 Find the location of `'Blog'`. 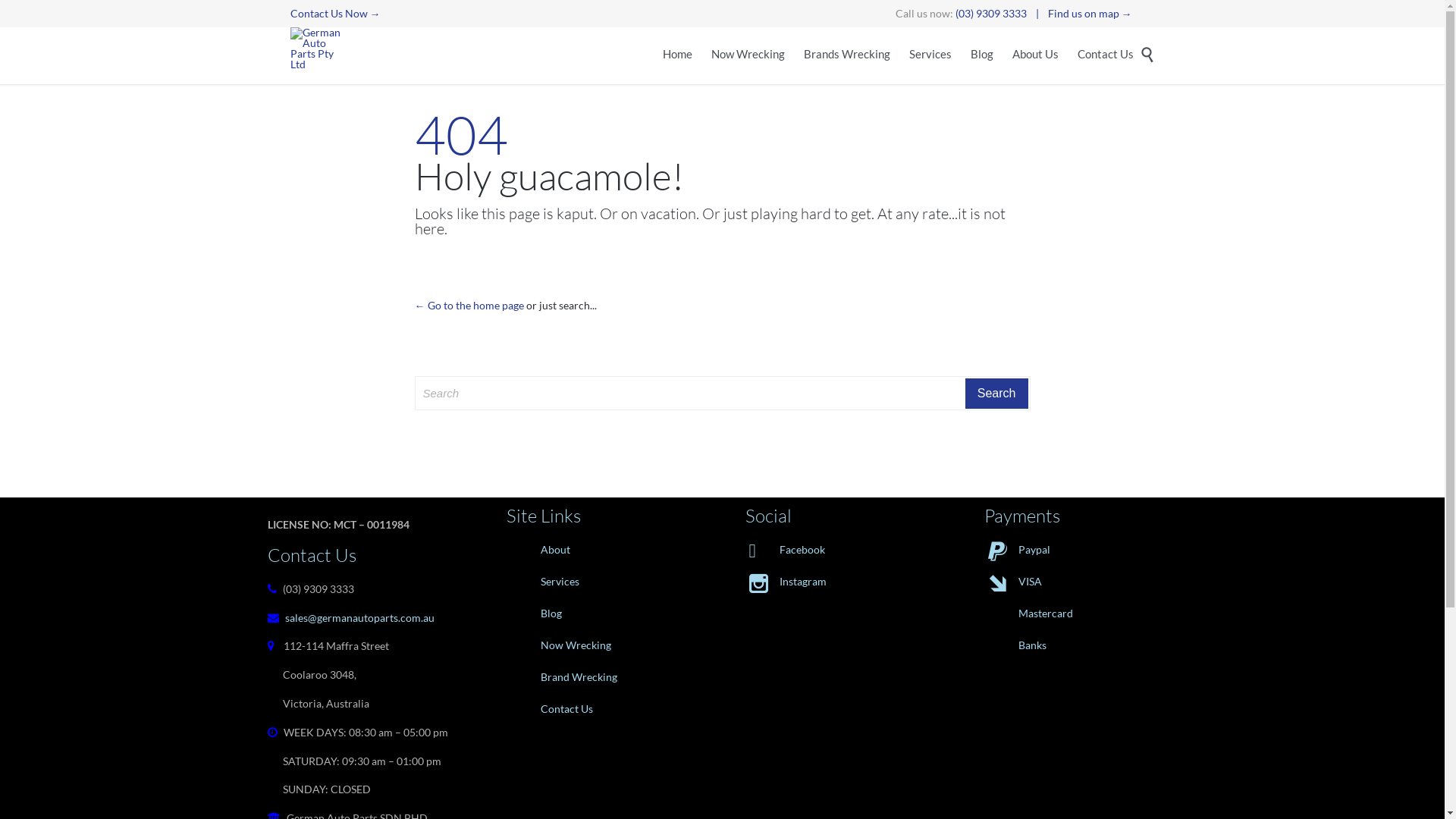

'Blog' is located at coordinates (601, 613).